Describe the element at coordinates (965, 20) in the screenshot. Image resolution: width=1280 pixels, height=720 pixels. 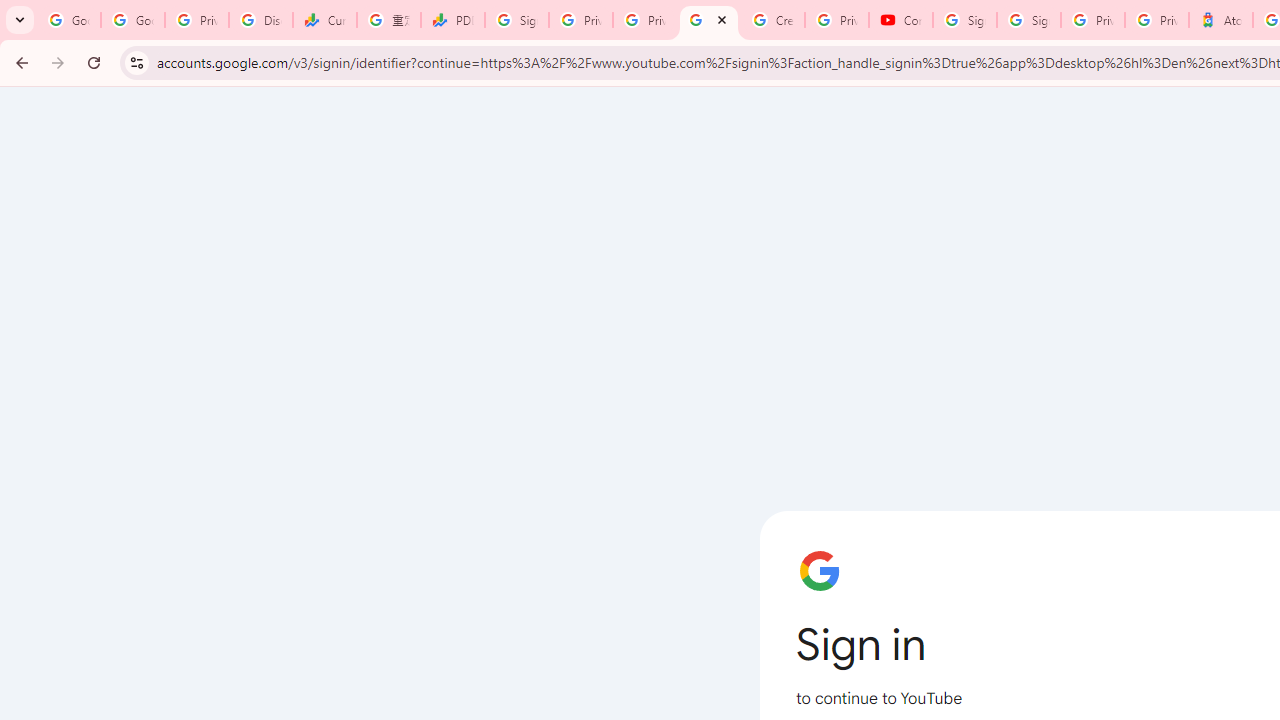
I see `'Sign in - Google Accounts'` at that location.